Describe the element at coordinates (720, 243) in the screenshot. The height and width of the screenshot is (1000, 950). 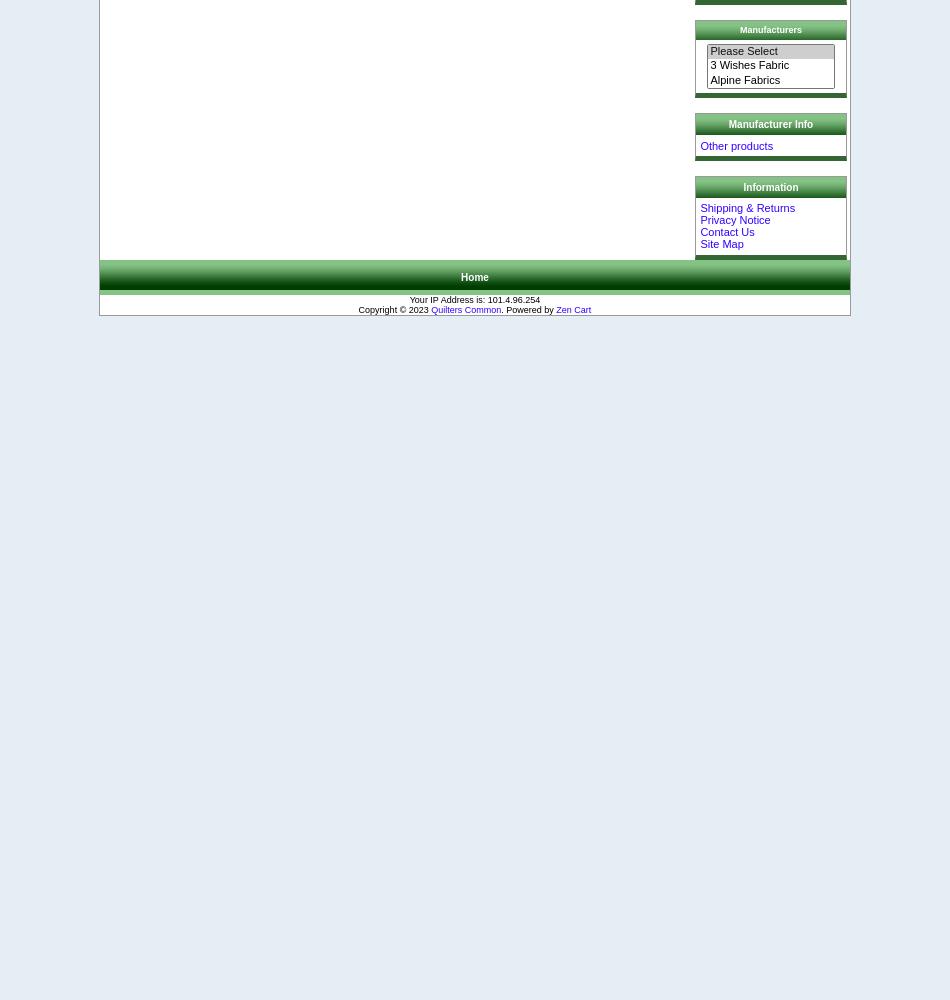
I see `'Site Map'` at that location.